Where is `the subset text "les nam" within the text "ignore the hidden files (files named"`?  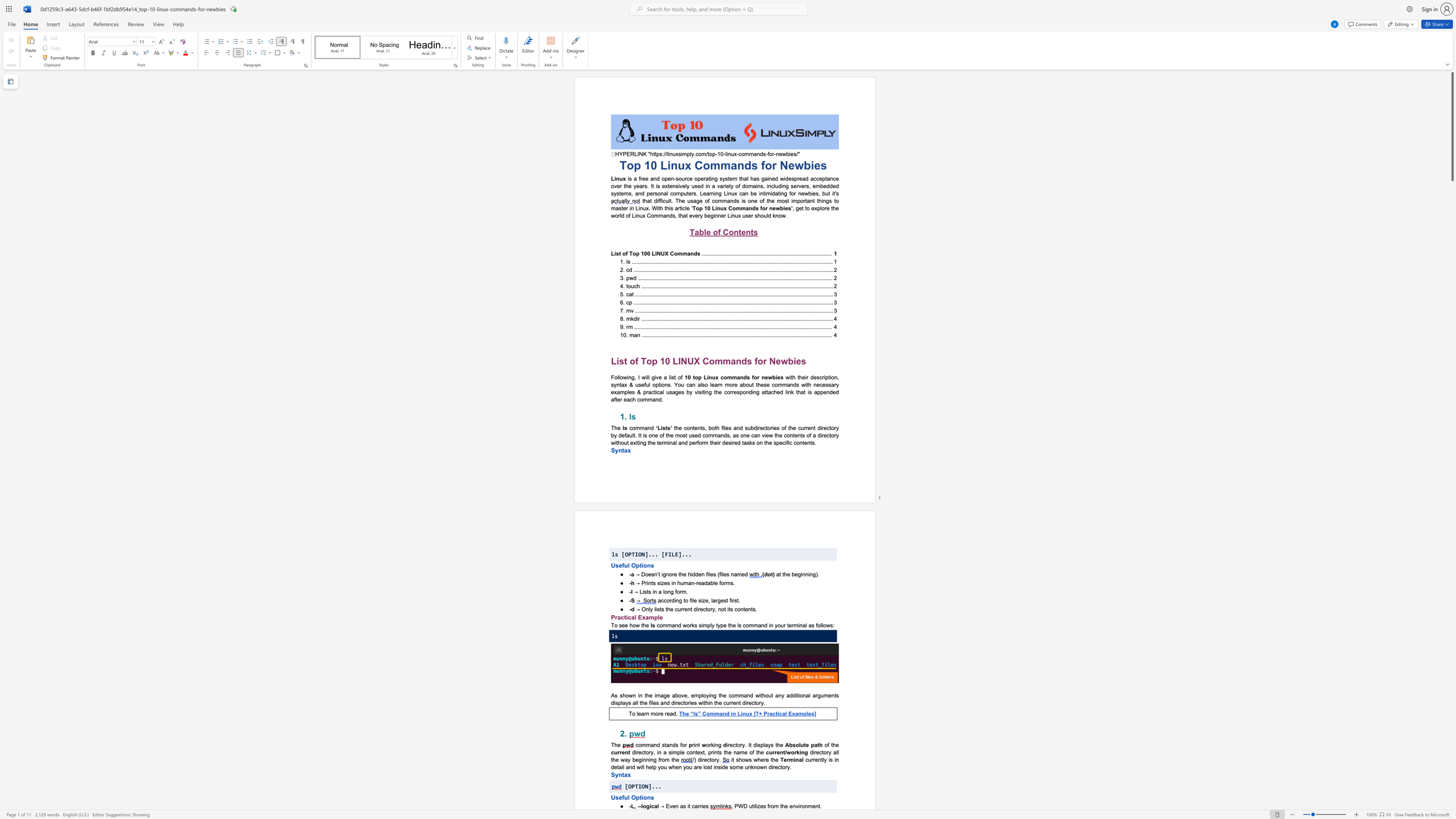
the subset text "les nam" within the text "ignore the hidden files (files named" is located at coordinates (721, 573).